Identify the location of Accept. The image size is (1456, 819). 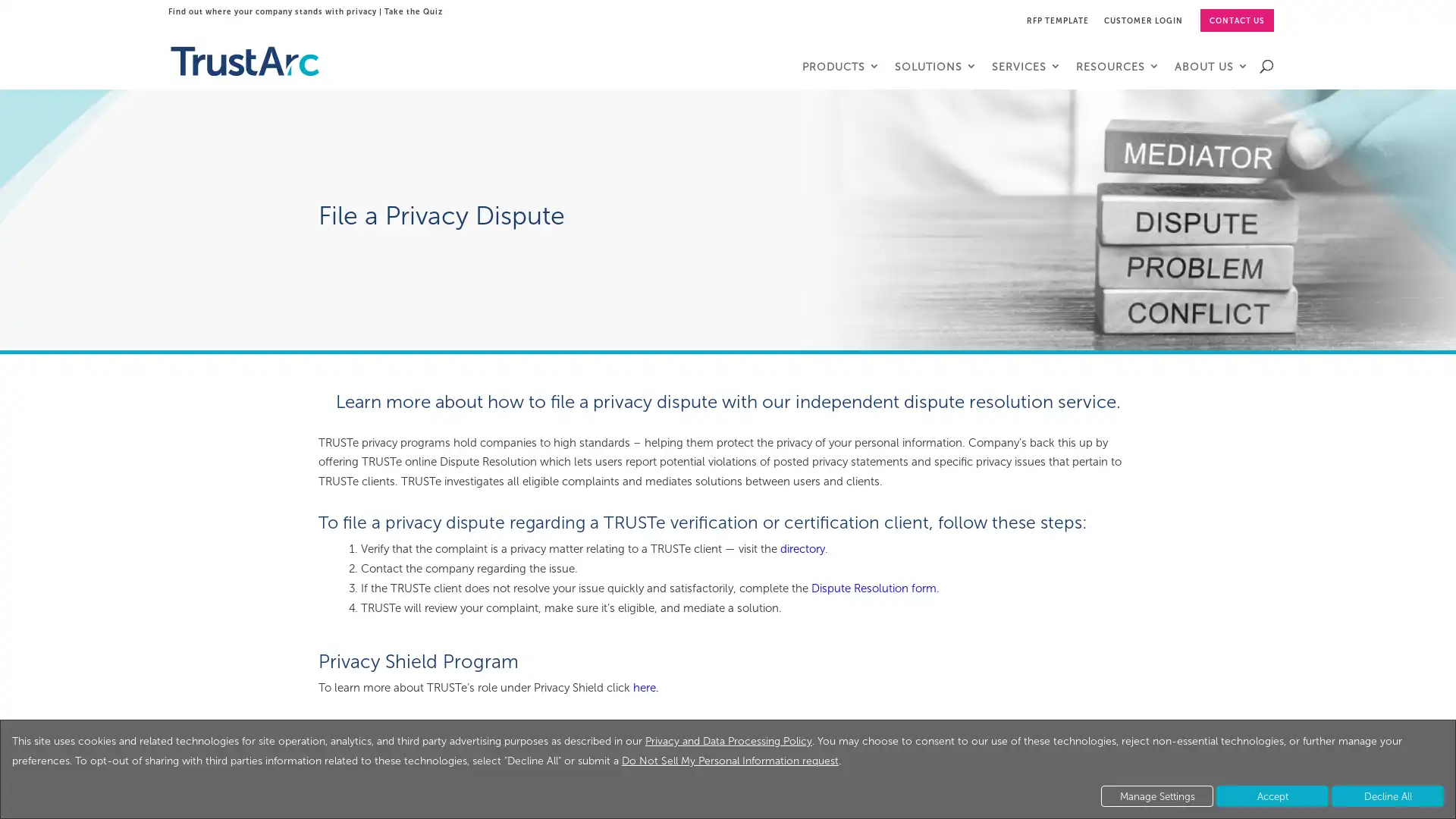
(1272, 795).